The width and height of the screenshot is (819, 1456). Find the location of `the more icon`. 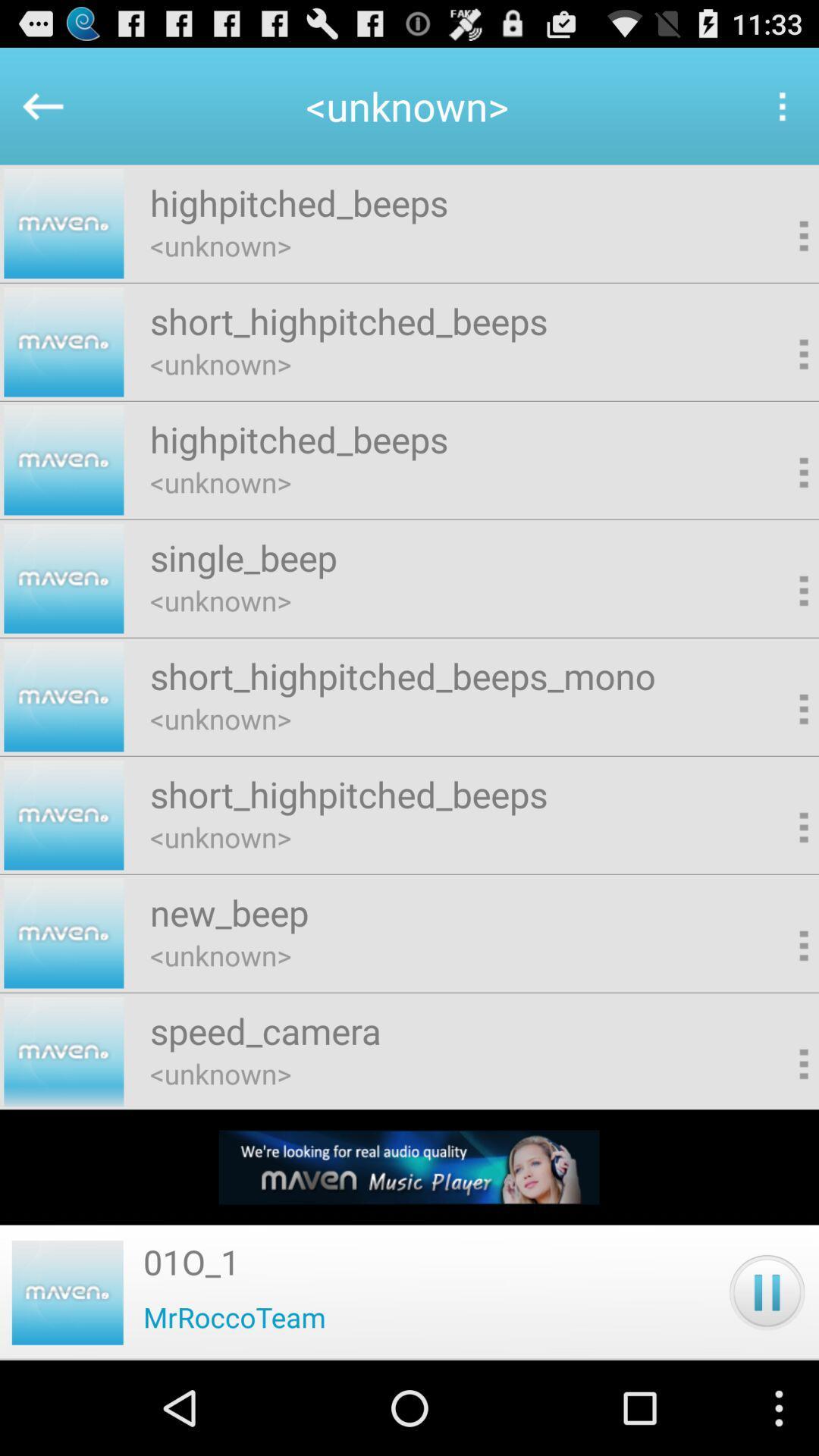

the more icon is located at coordinates (779, 380).